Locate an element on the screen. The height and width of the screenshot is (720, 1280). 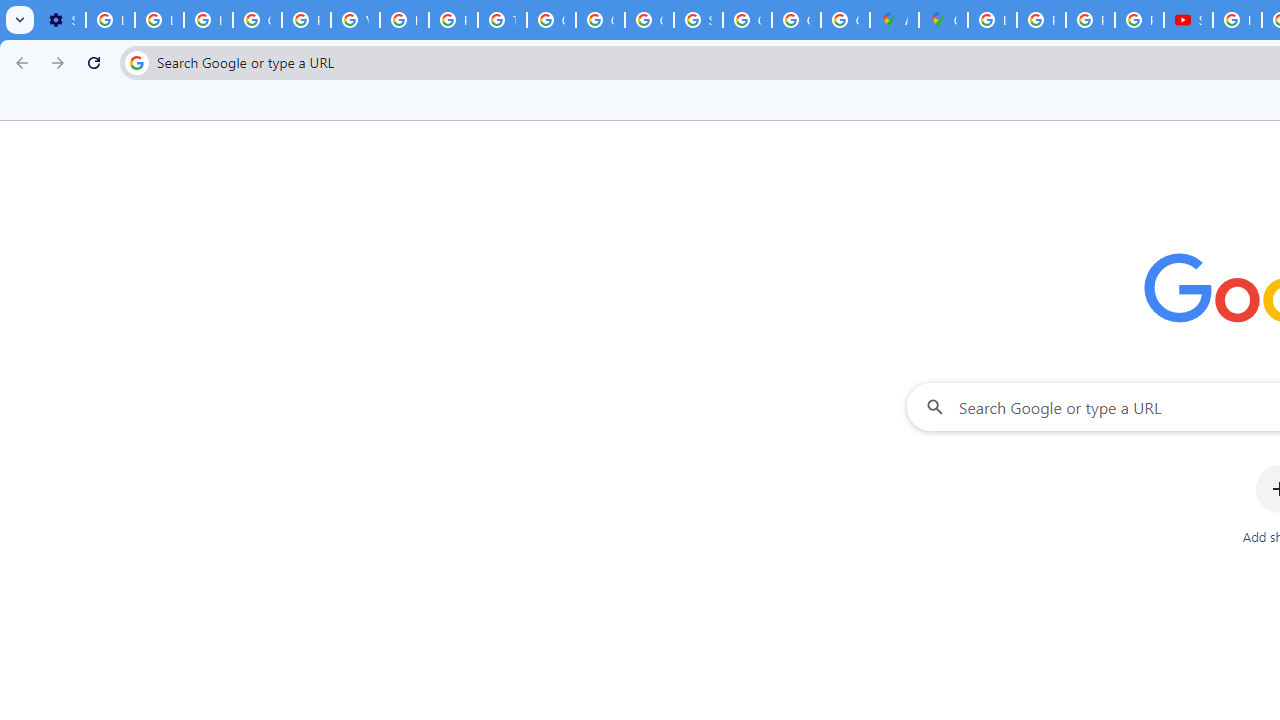
'Settings - Customize profile' is located at coordinates (61, 20).